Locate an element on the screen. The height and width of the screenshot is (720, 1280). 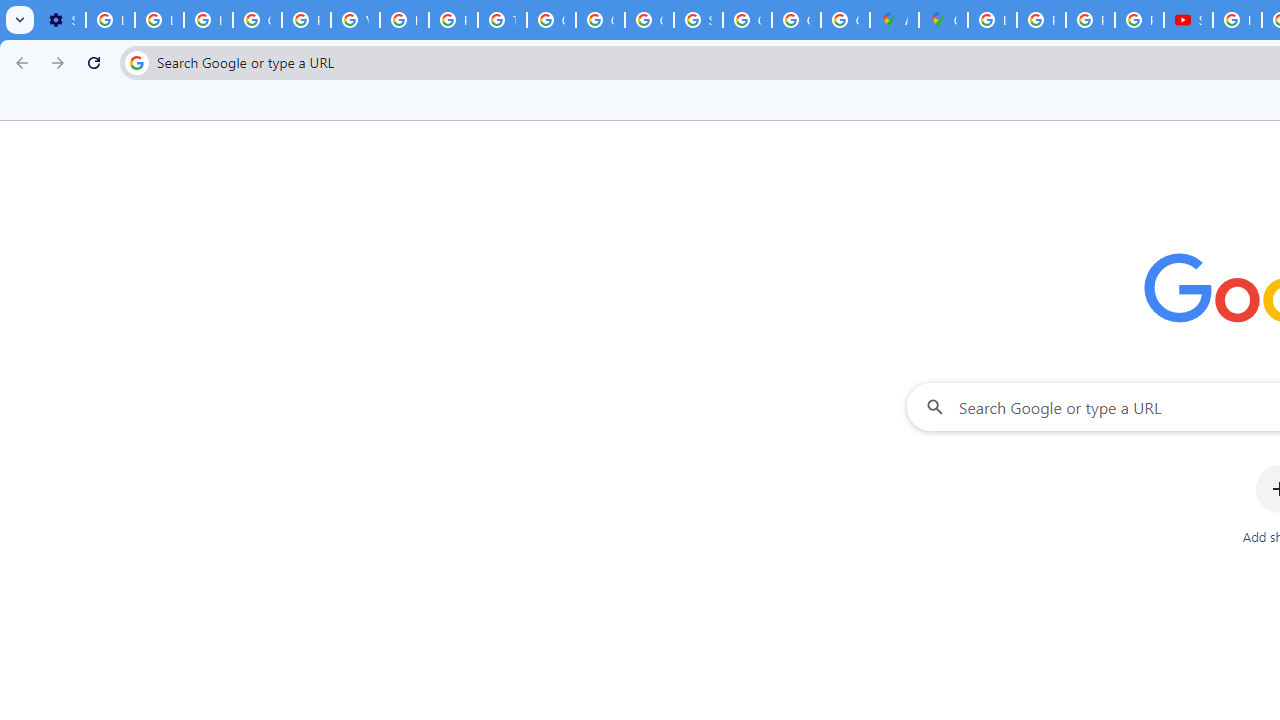
'Settings - Customize profile' is located at coordinates (61, 20).